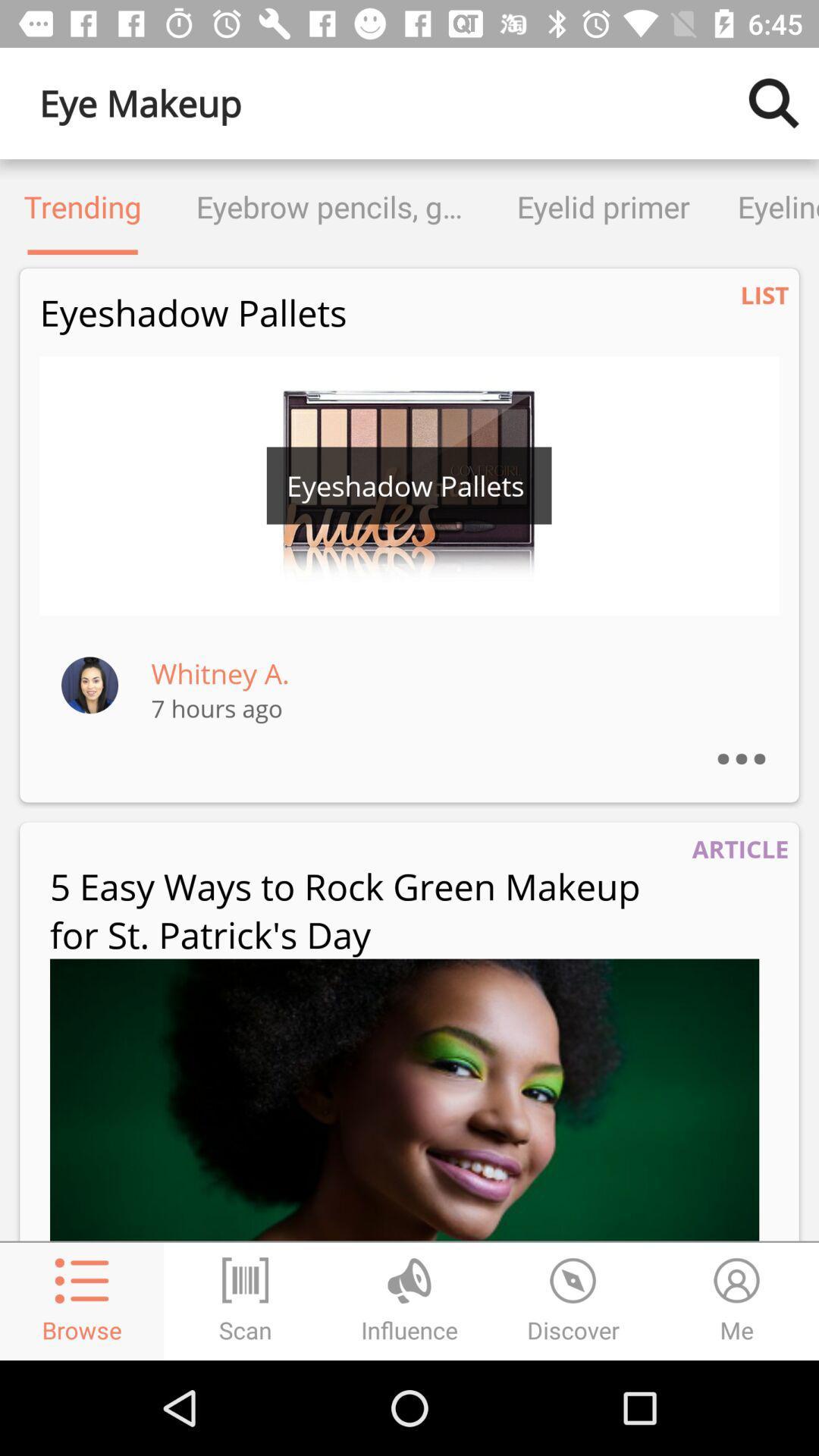 The height and width of the screenshot is (1456, 819). Describe the element at coordinates (764, 295) in the screenshot. I see `icon to the right of the eyeshadow pallets  item` at that location.